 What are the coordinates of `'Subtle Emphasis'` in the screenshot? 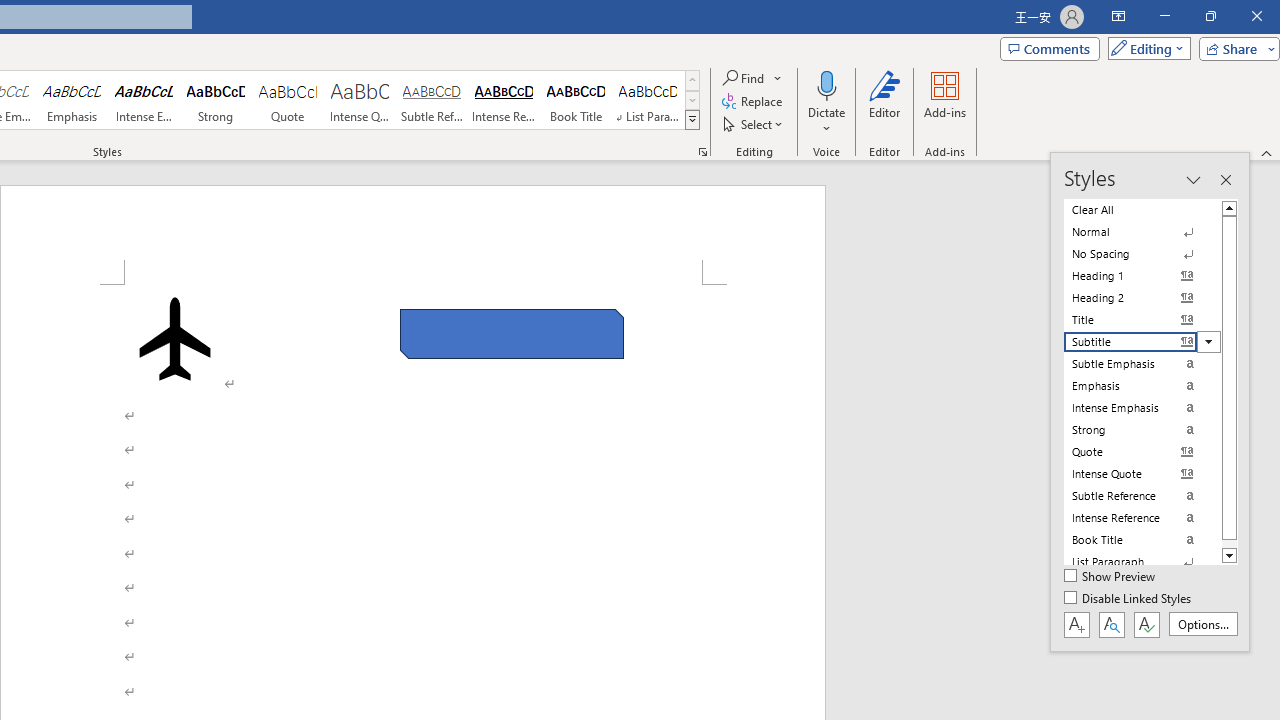 It's located at (1142, 363).